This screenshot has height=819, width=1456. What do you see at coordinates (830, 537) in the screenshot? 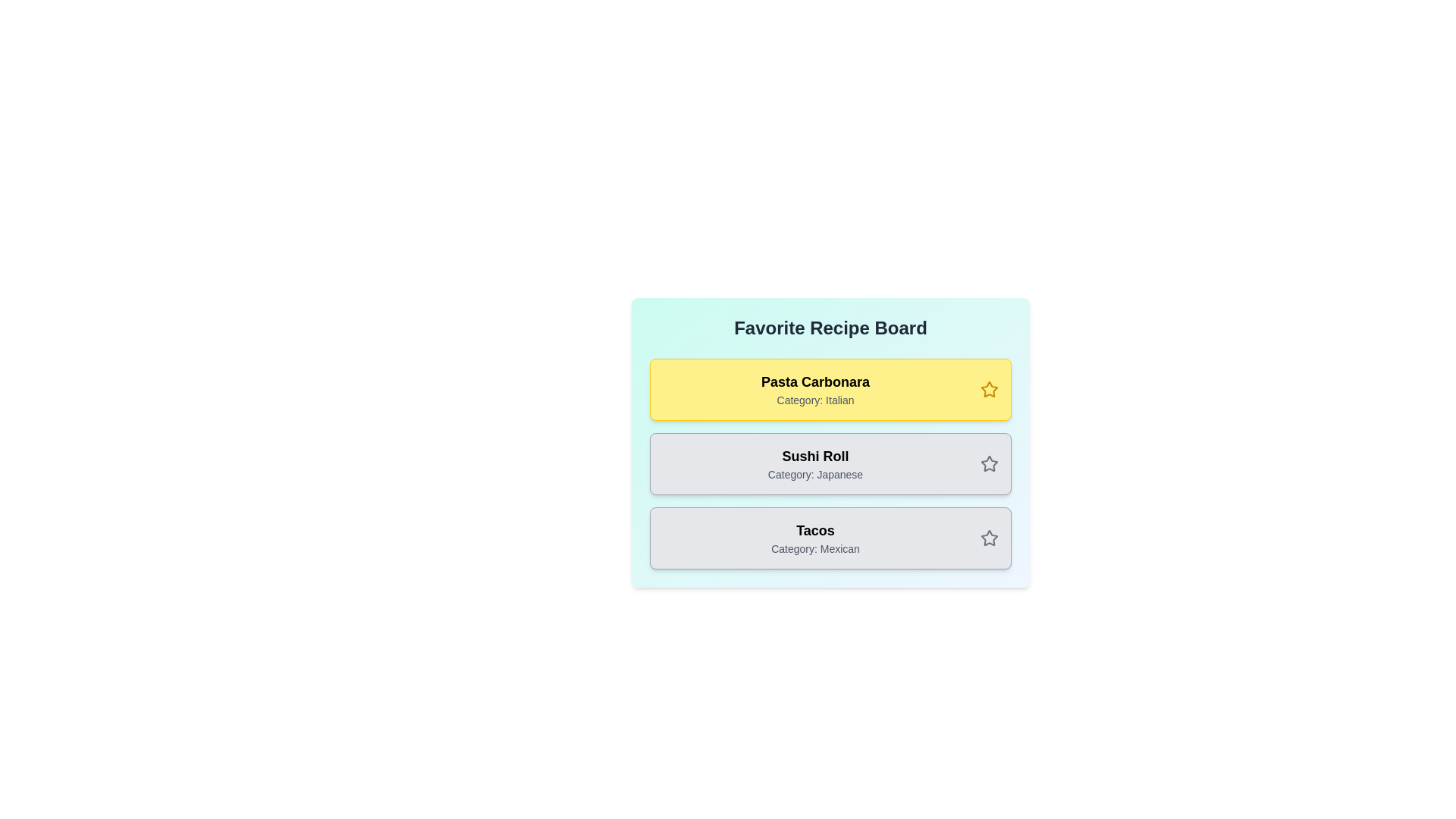
I see `the recipe card for Tacos` at bounding box center [830, 537].